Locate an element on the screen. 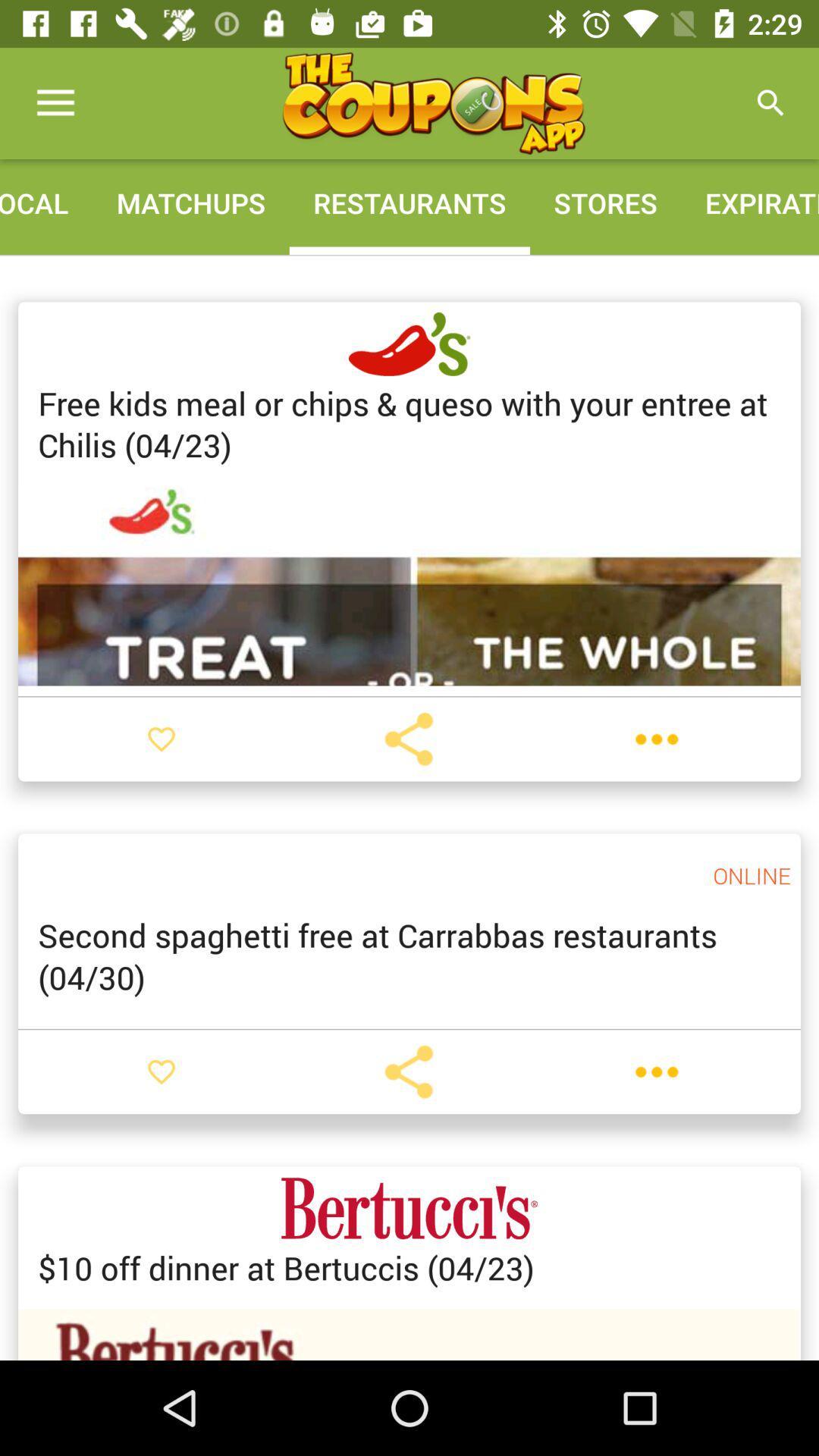 The width and height of the screenshot is (819, 1456). the local icon is located at coordinates (45, 202).